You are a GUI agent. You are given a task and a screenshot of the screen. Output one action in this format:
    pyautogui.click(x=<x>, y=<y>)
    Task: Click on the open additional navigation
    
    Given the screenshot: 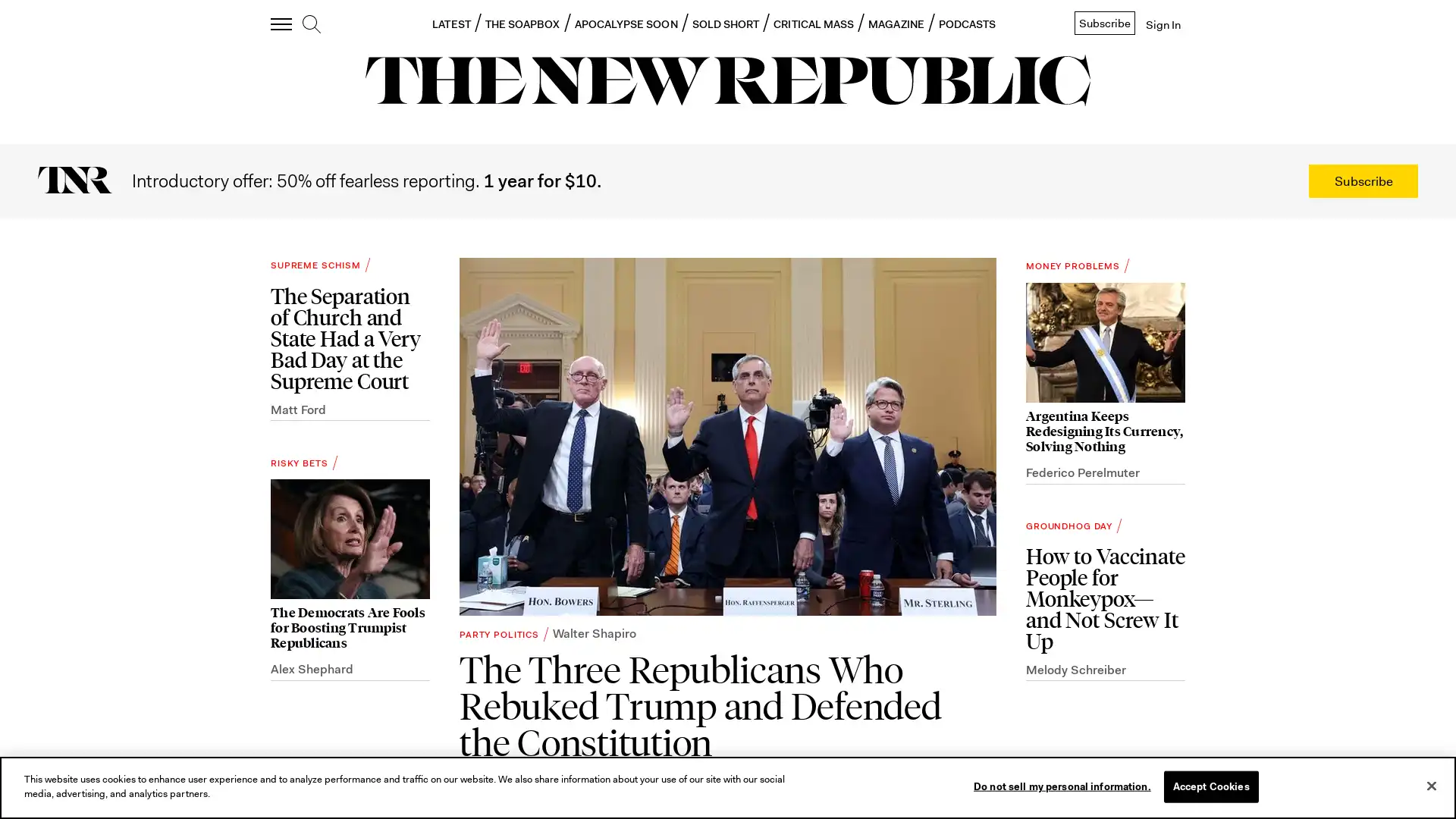 What is the action you would take?
    pyautogui.click(x=282, y=25)
    